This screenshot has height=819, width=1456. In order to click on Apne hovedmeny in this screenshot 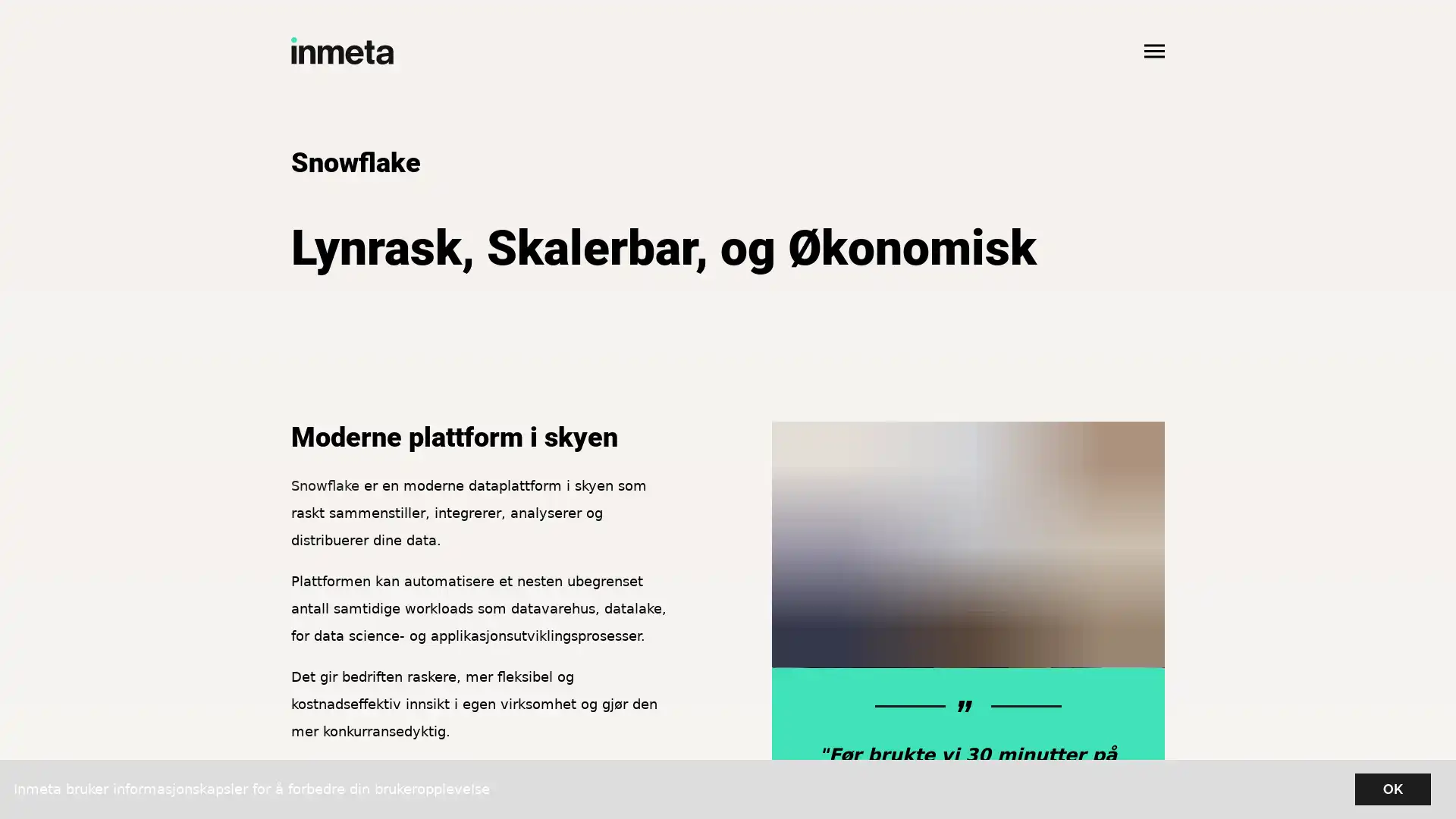, I will do `click(1153, 55)`.